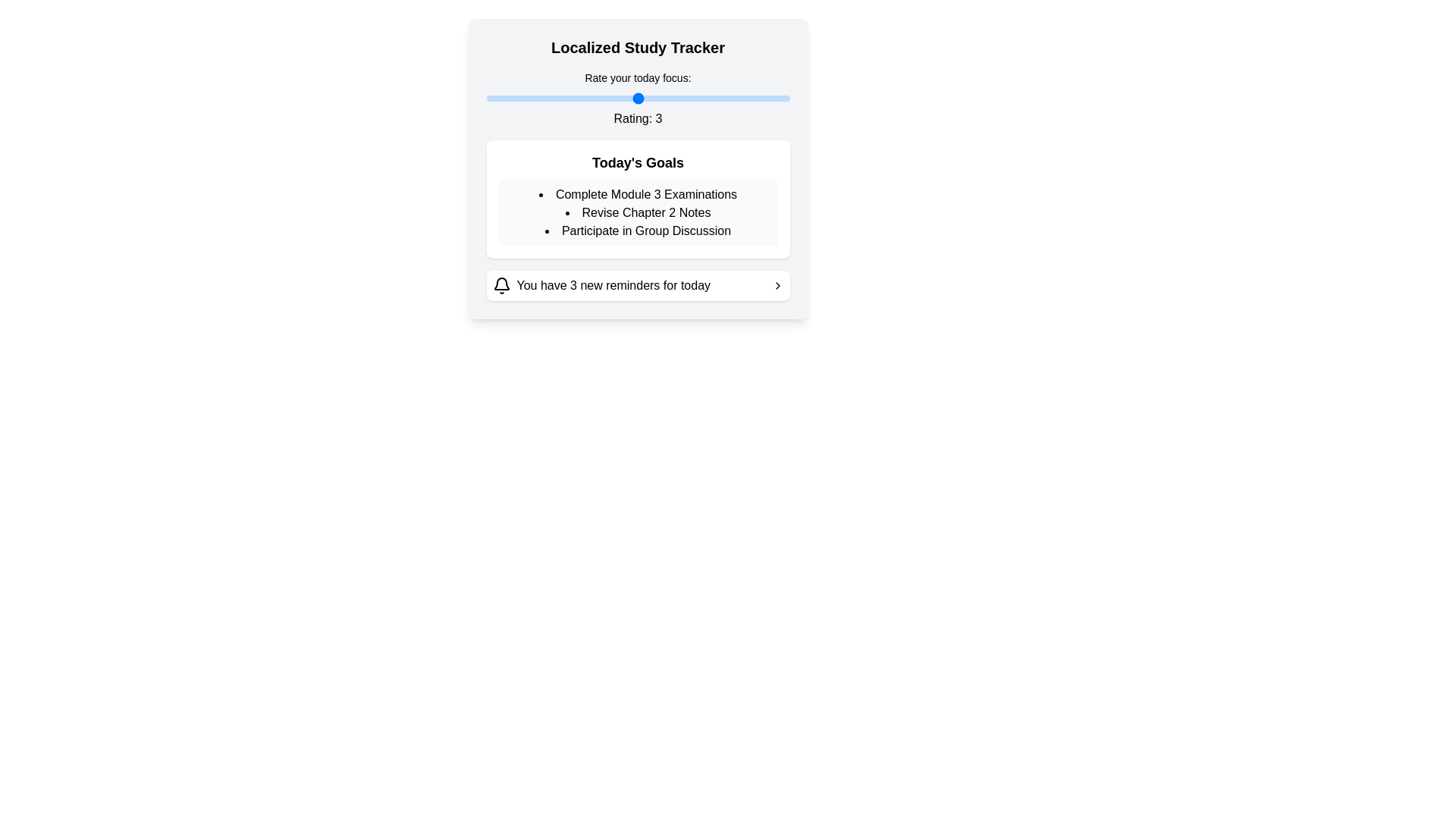 The width and height of the screenshot is (1456, 819). I want to click on the first text element in the 'Today's Goals' section that informs users about completing Module 3 Examinations, so click(638, 194).